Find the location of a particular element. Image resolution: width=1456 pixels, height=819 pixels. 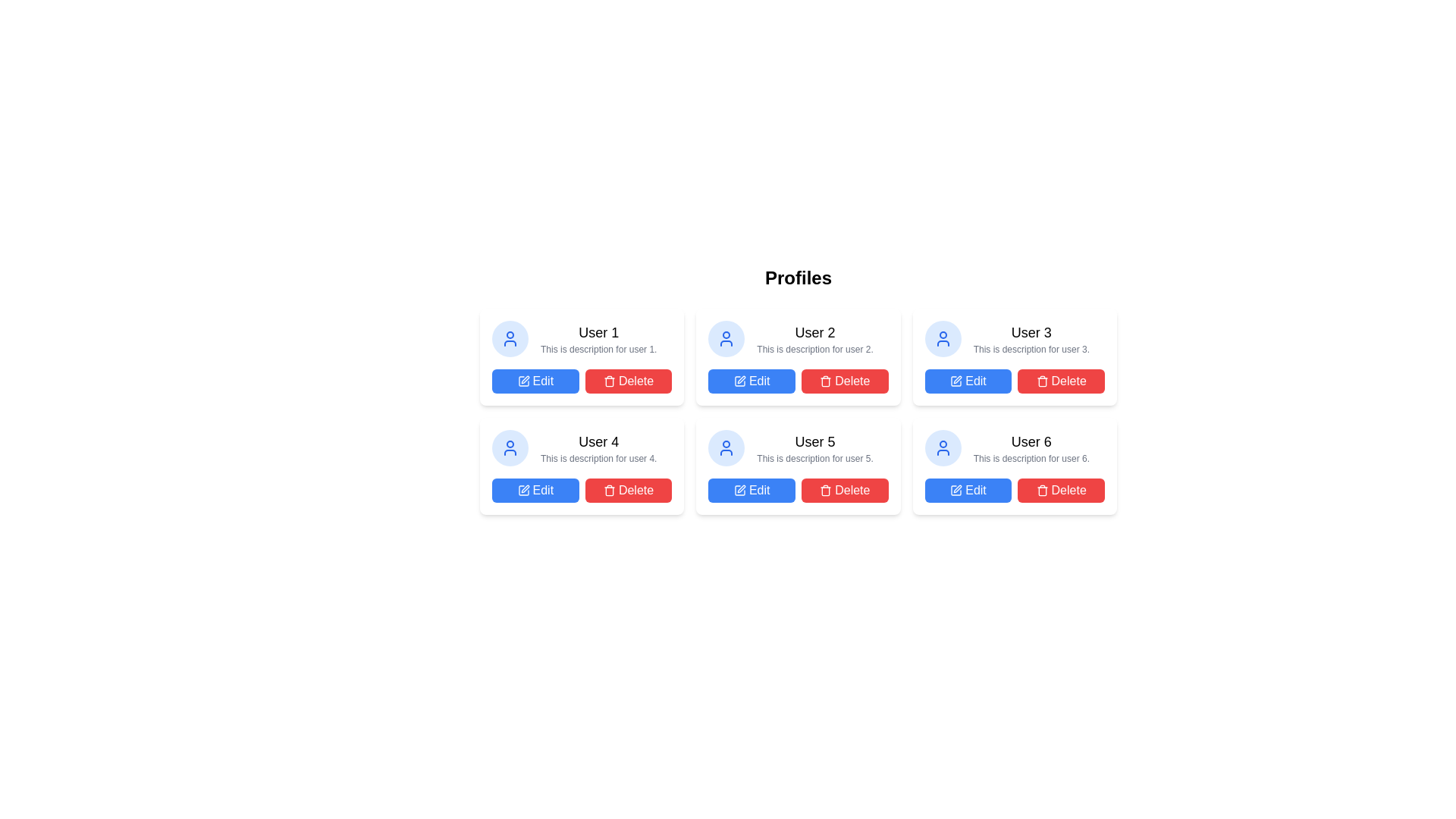

the red 'Delete' button with a white label and trash icon is located at coordinates (844, 380).